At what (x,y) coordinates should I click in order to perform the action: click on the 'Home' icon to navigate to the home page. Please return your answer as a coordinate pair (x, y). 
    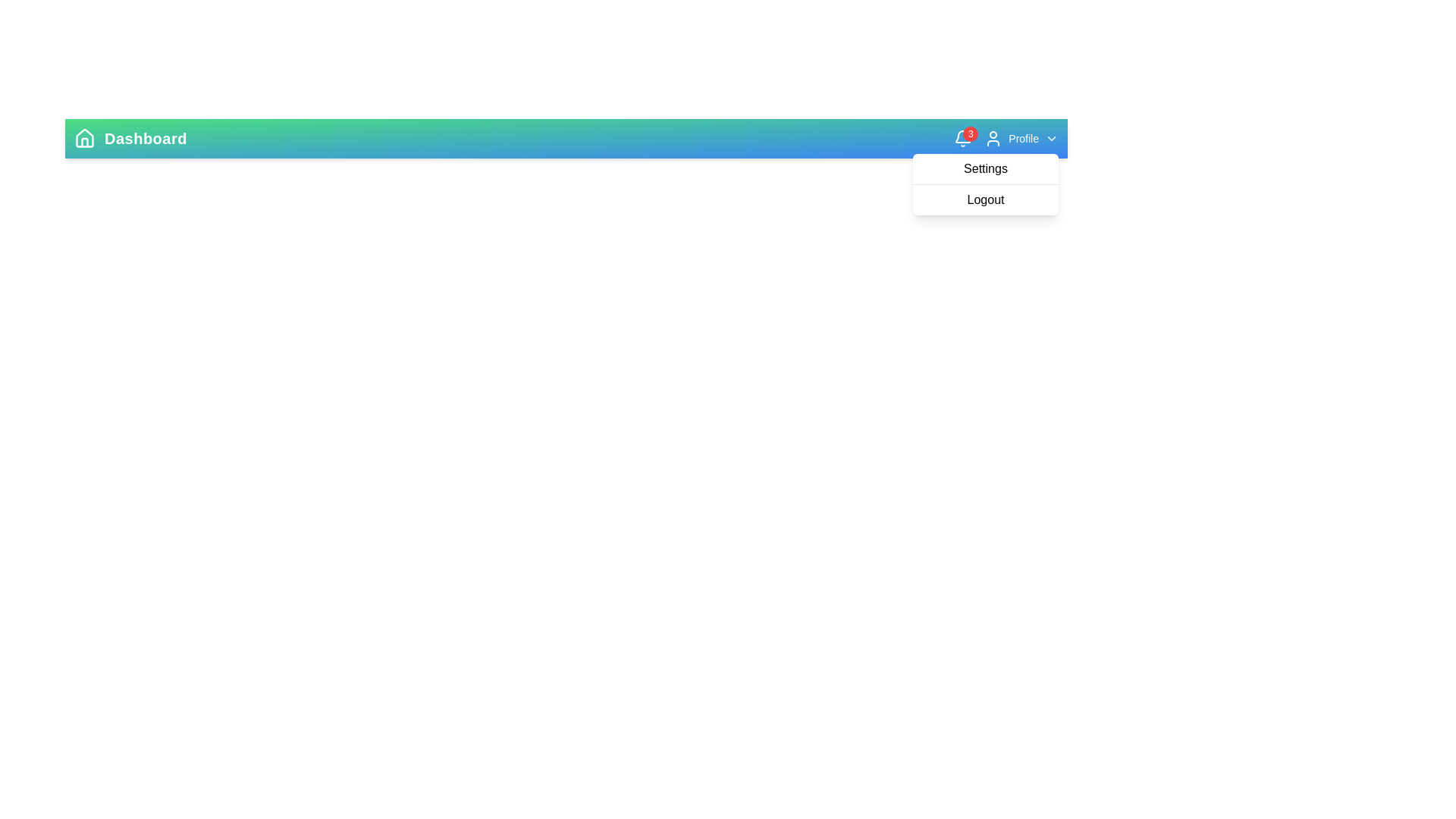
    Looking at the image, I should click on (83, 138).